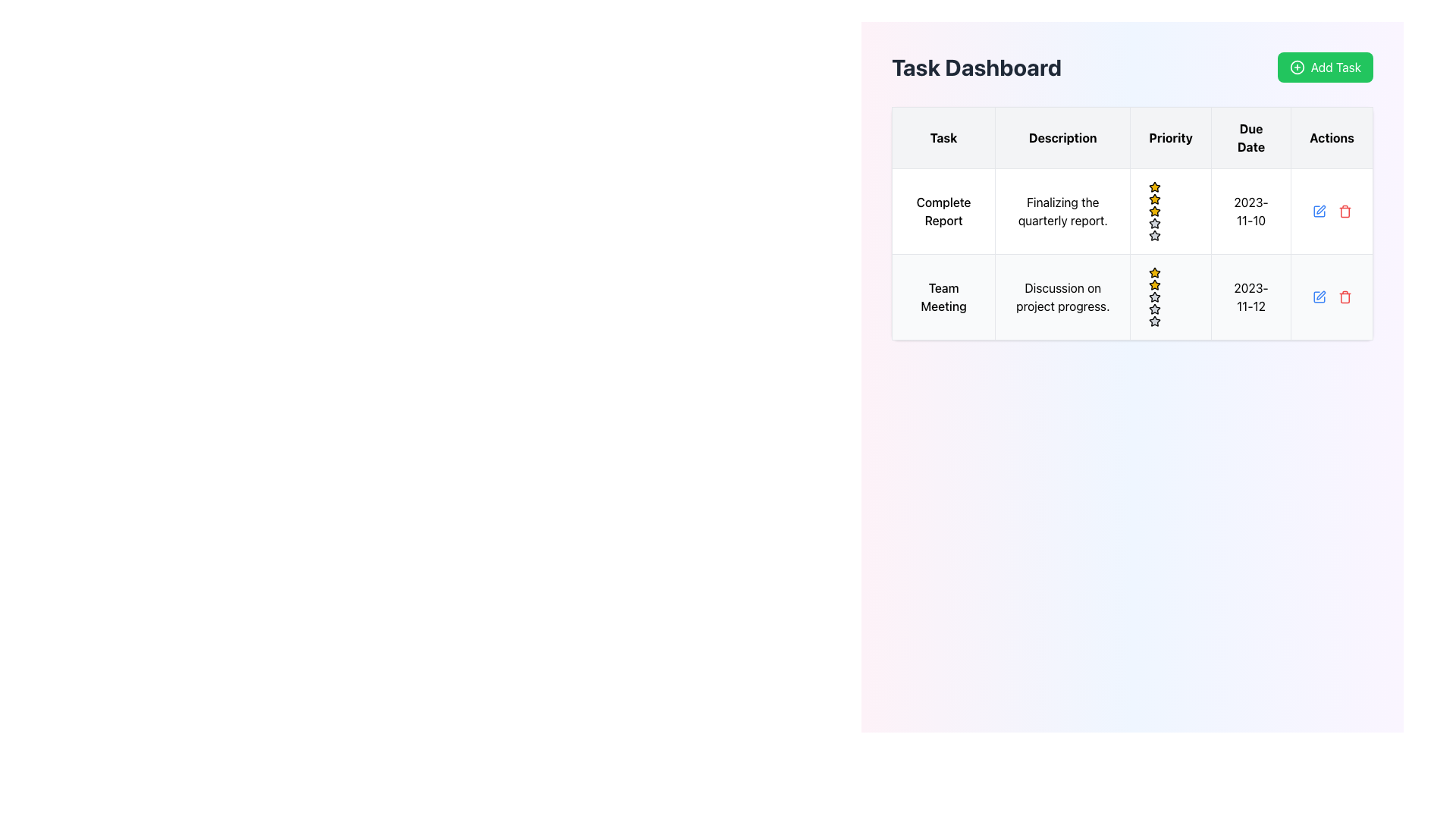 The image size is (1456, 819). What do you see at coordinates (1296, 66) in the screenshot?
I see `the SVG Circle element that visually represents the circular part of the 'plus' icon within the green 'Add Task' button located at the top-right corner of the interface` at bounding box center [1296, 66].